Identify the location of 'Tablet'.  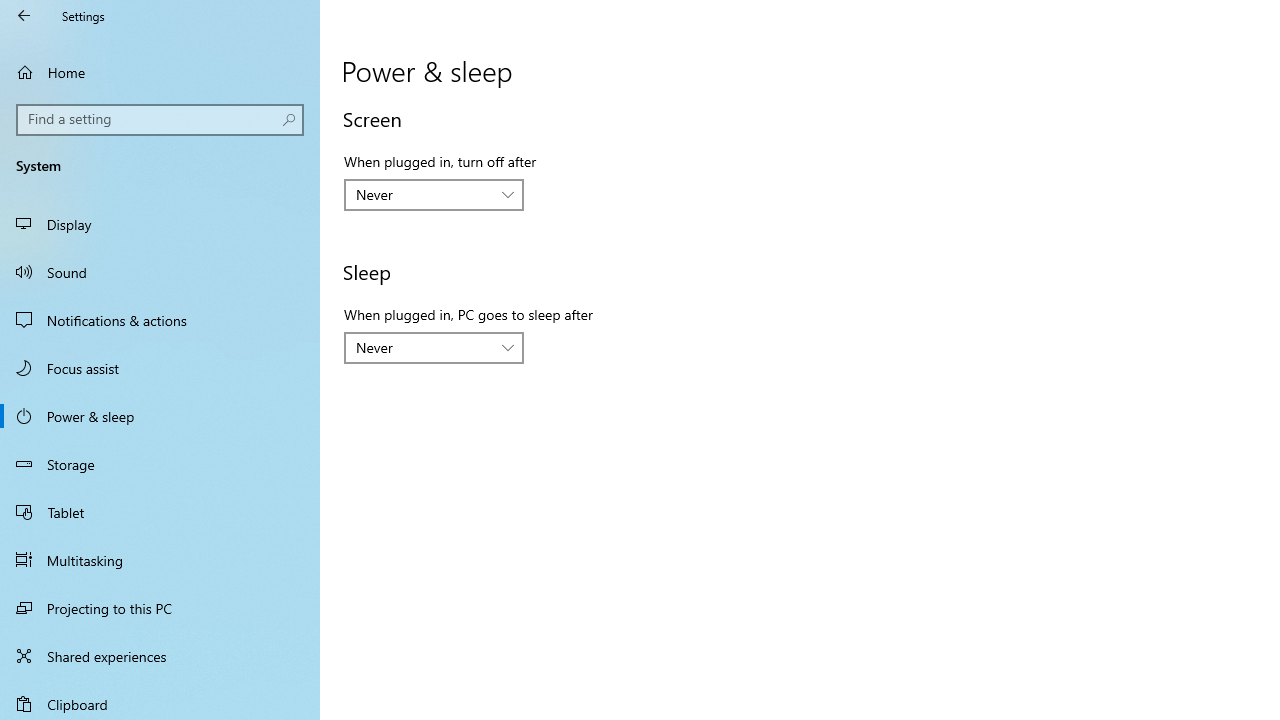
(160, 510).